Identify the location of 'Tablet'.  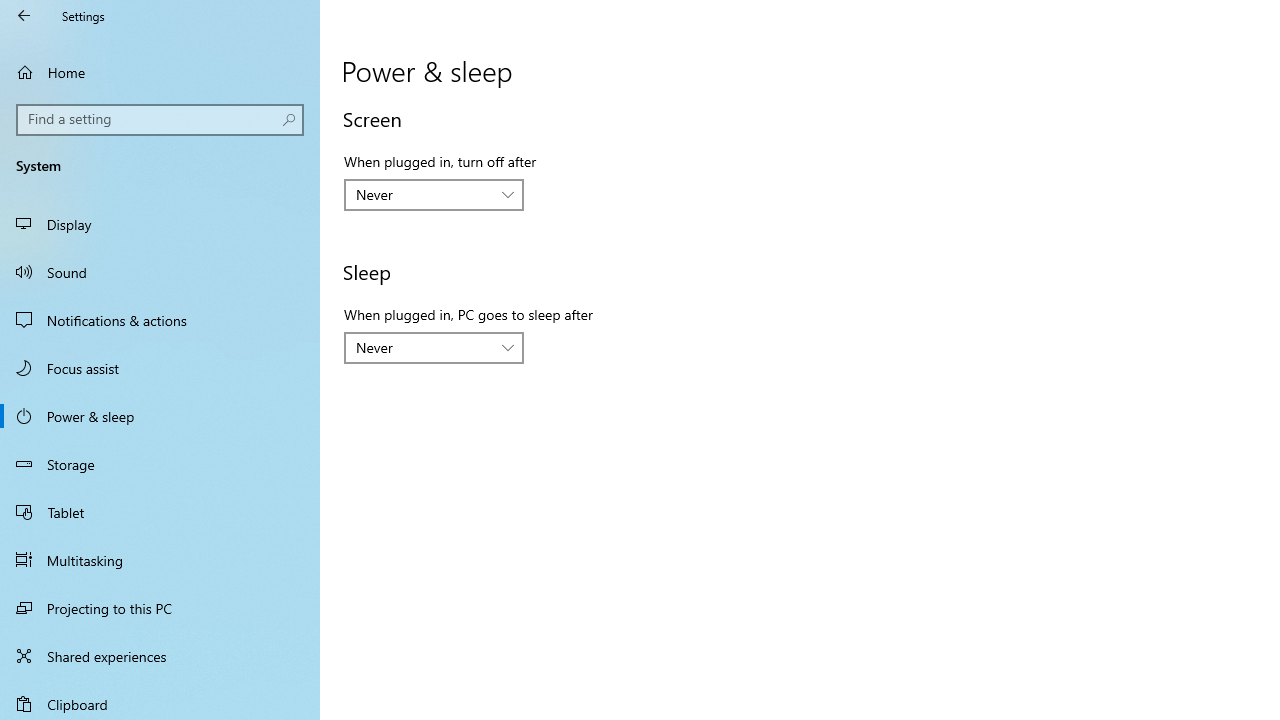
(160, 510).